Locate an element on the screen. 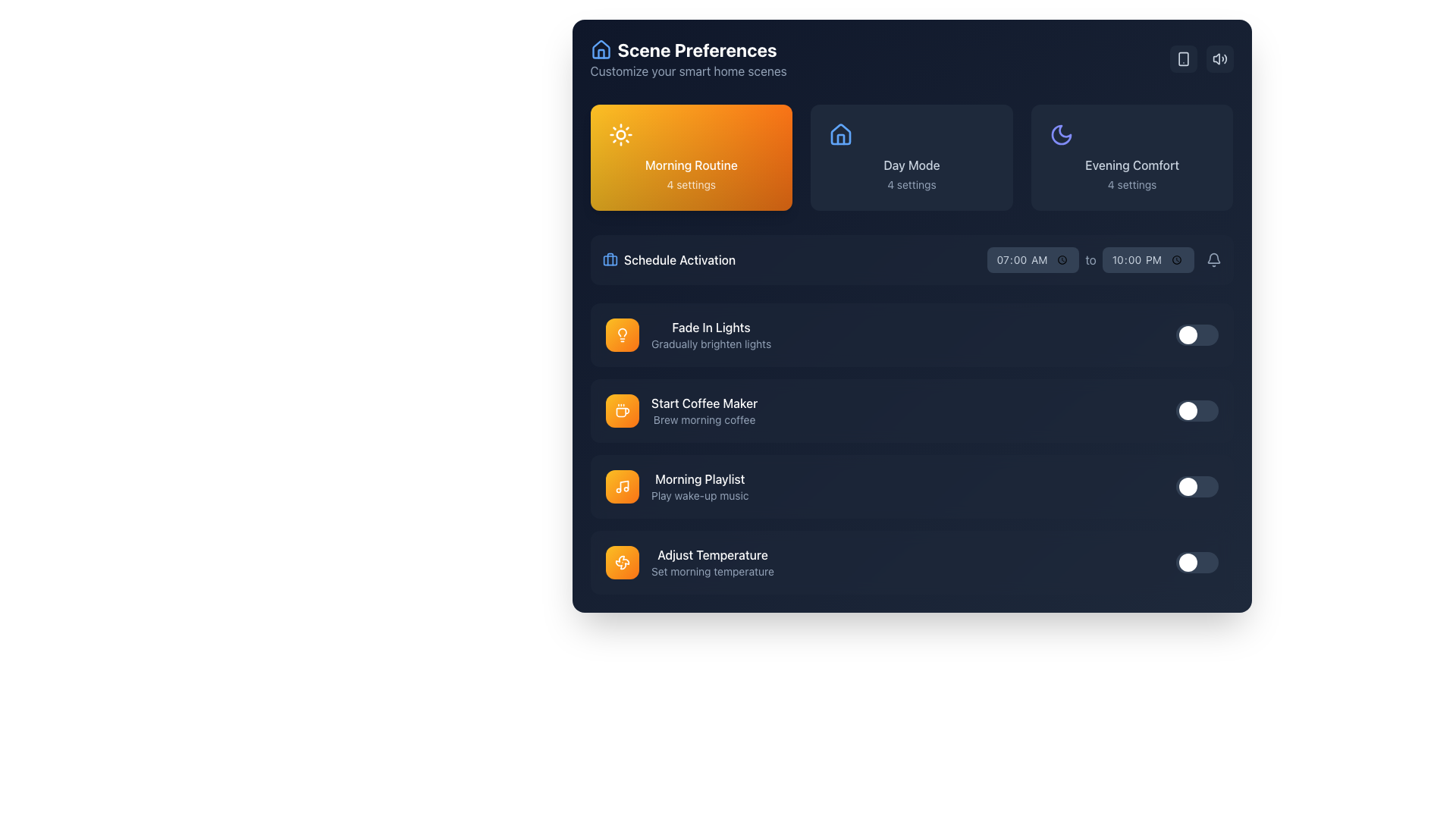 The width and height of the screenshot is (1456, 819). the Label element titled 'Adjust Temperature' which is located at the bottom of the 'Scene Preferences' panel, featuring an icon with a fan symbol and two lines of text is located at coordinates (689, 562).